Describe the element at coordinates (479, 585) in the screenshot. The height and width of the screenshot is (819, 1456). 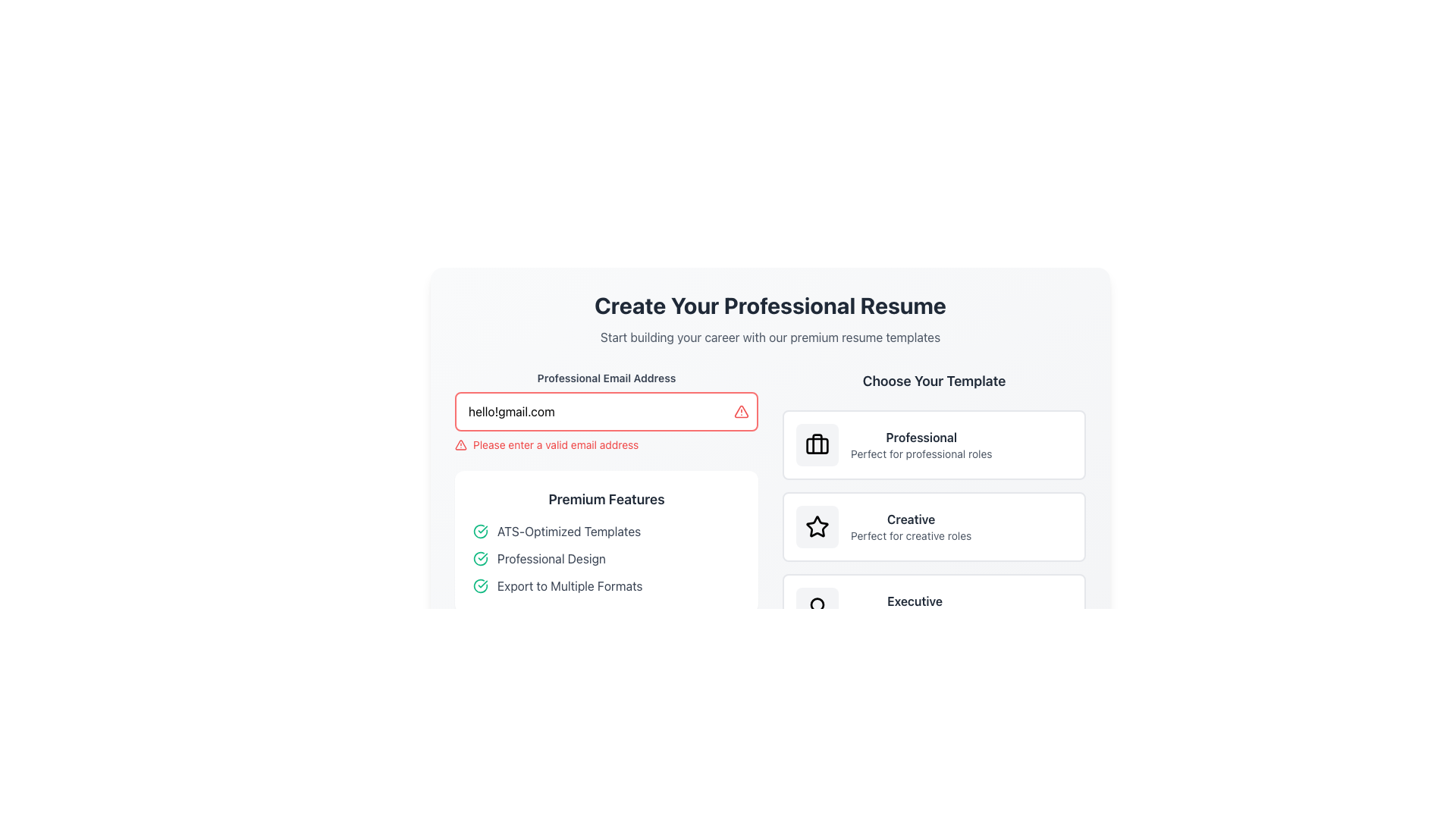
I see `the icon that indicates a confirmed feature, positioned beside the text 'Export to Multiple Formats' in the premium features section` at that location.